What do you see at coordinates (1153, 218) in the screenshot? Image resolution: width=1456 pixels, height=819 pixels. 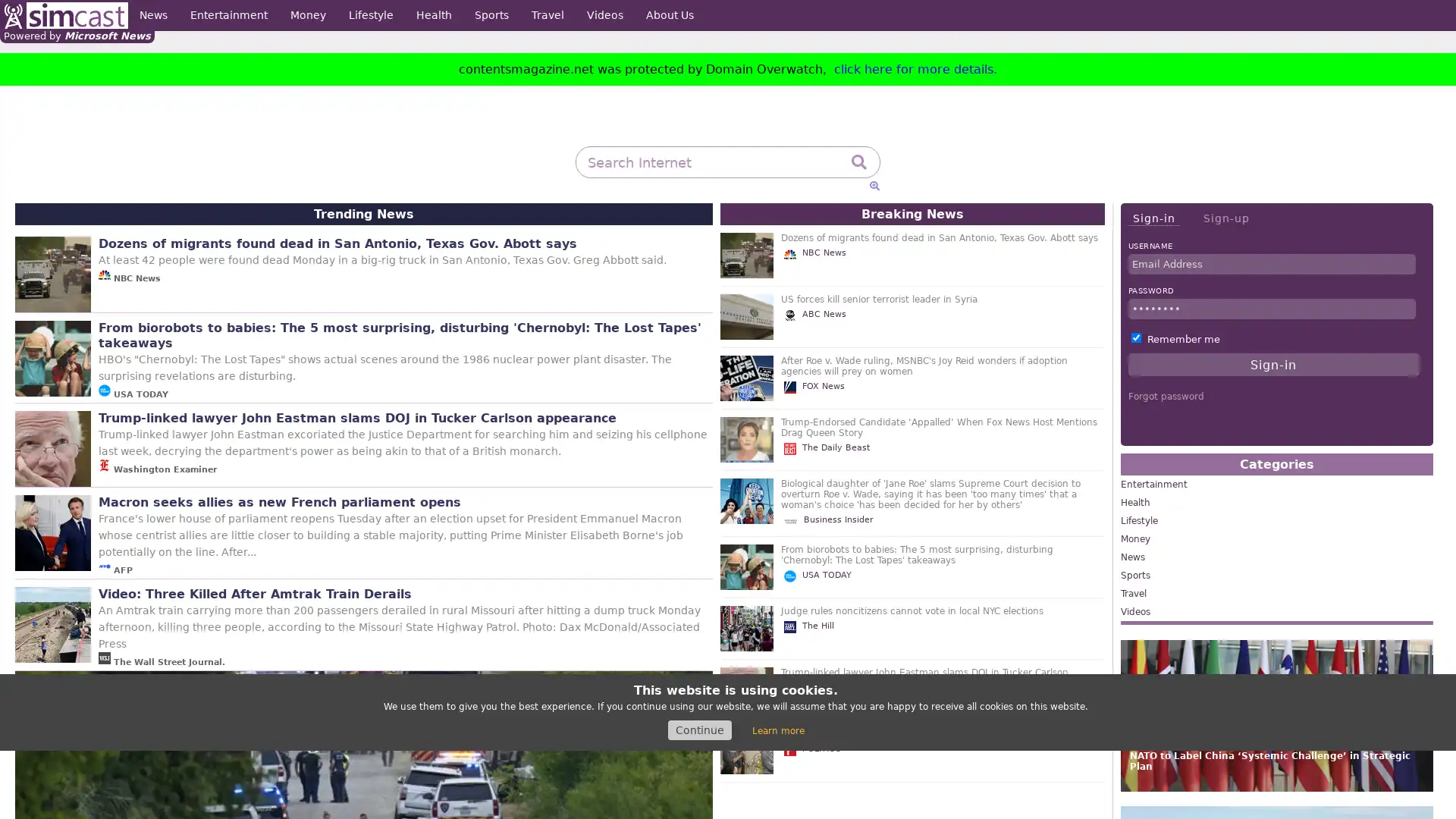 I see `Sign-in` at bounding box center [1153, 218].